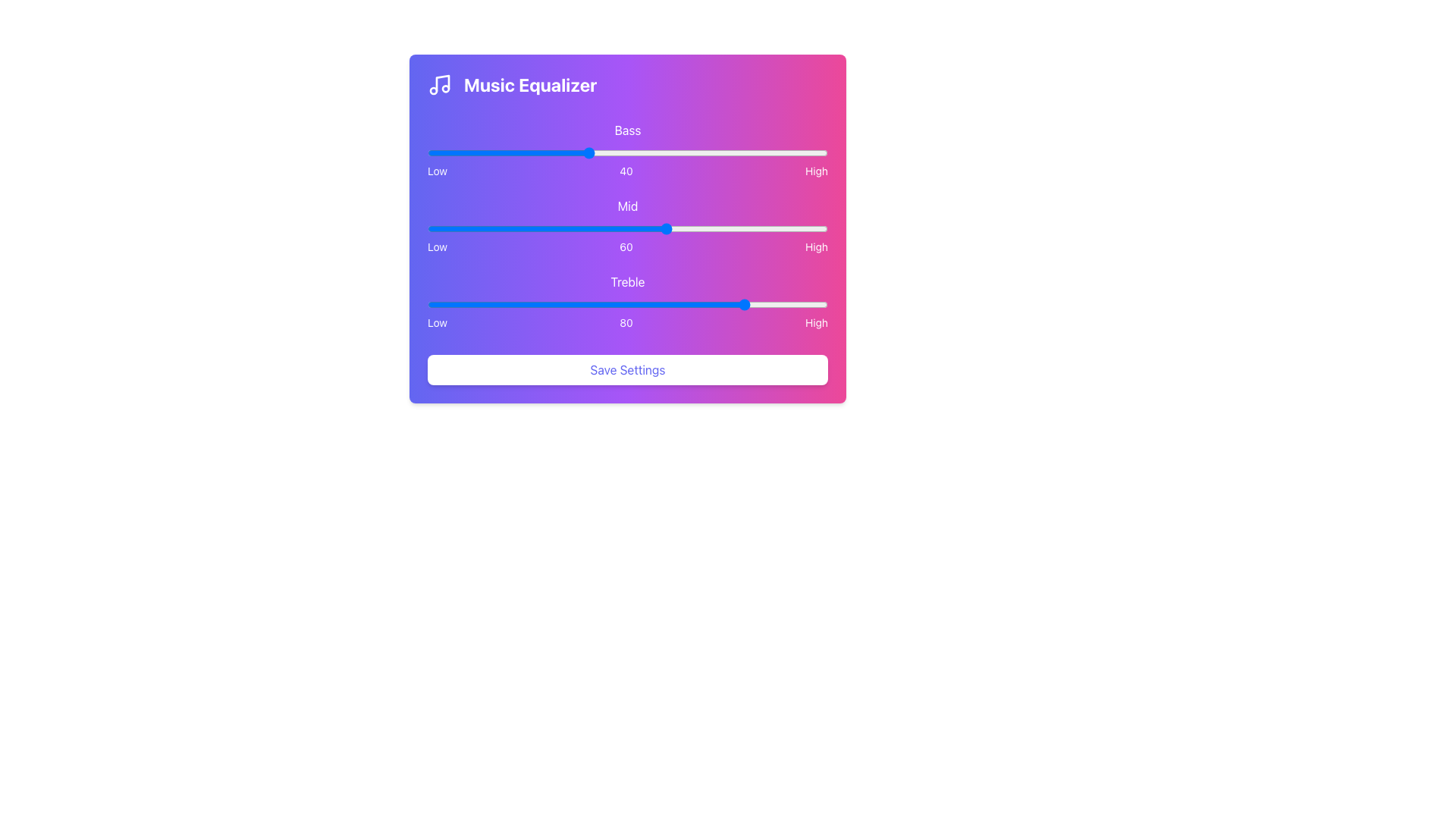 The image size is (1456, 819). Describe the element at coordinates (628, 281) in the screenshot. I see `the static text label displaying 'Treble', which is positioned above the 'Low80High' labels and slider, and below the 'Mid' slider in the sound equalizer settings layout` at that location.